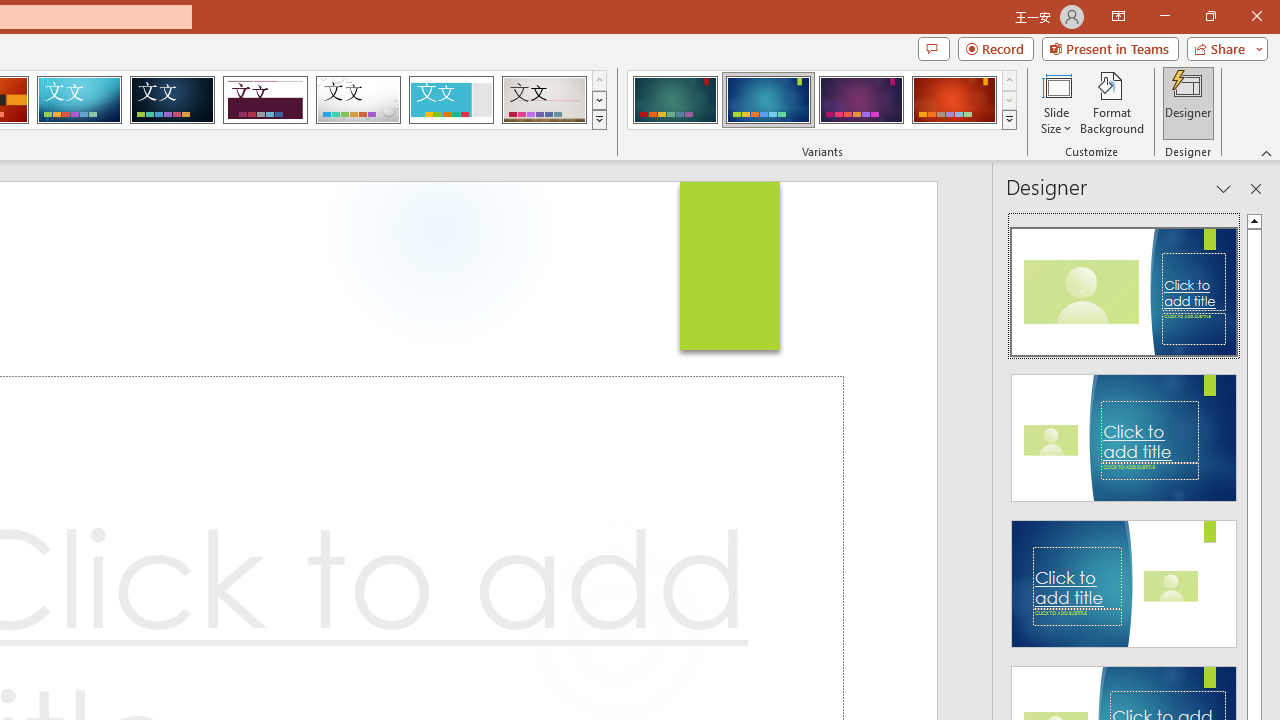 The height and width of the screenshot is (720, 1280). I want to click on 'AutomationID: ThemeVariantsGallery', so click(823, 100).